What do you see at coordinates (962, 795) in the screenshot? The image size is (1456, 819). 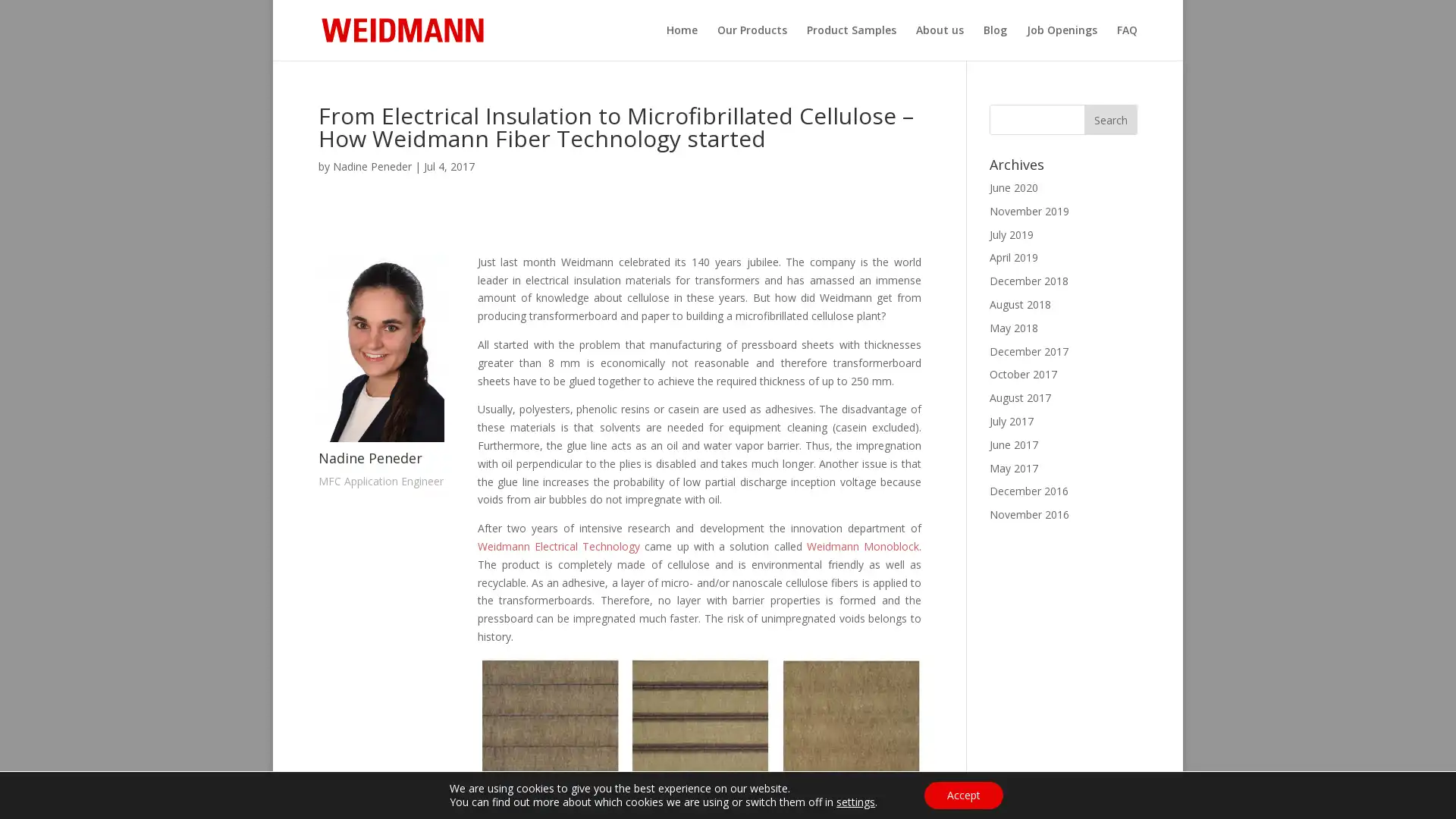 I see `Accept` at bounding box center [962, 795].